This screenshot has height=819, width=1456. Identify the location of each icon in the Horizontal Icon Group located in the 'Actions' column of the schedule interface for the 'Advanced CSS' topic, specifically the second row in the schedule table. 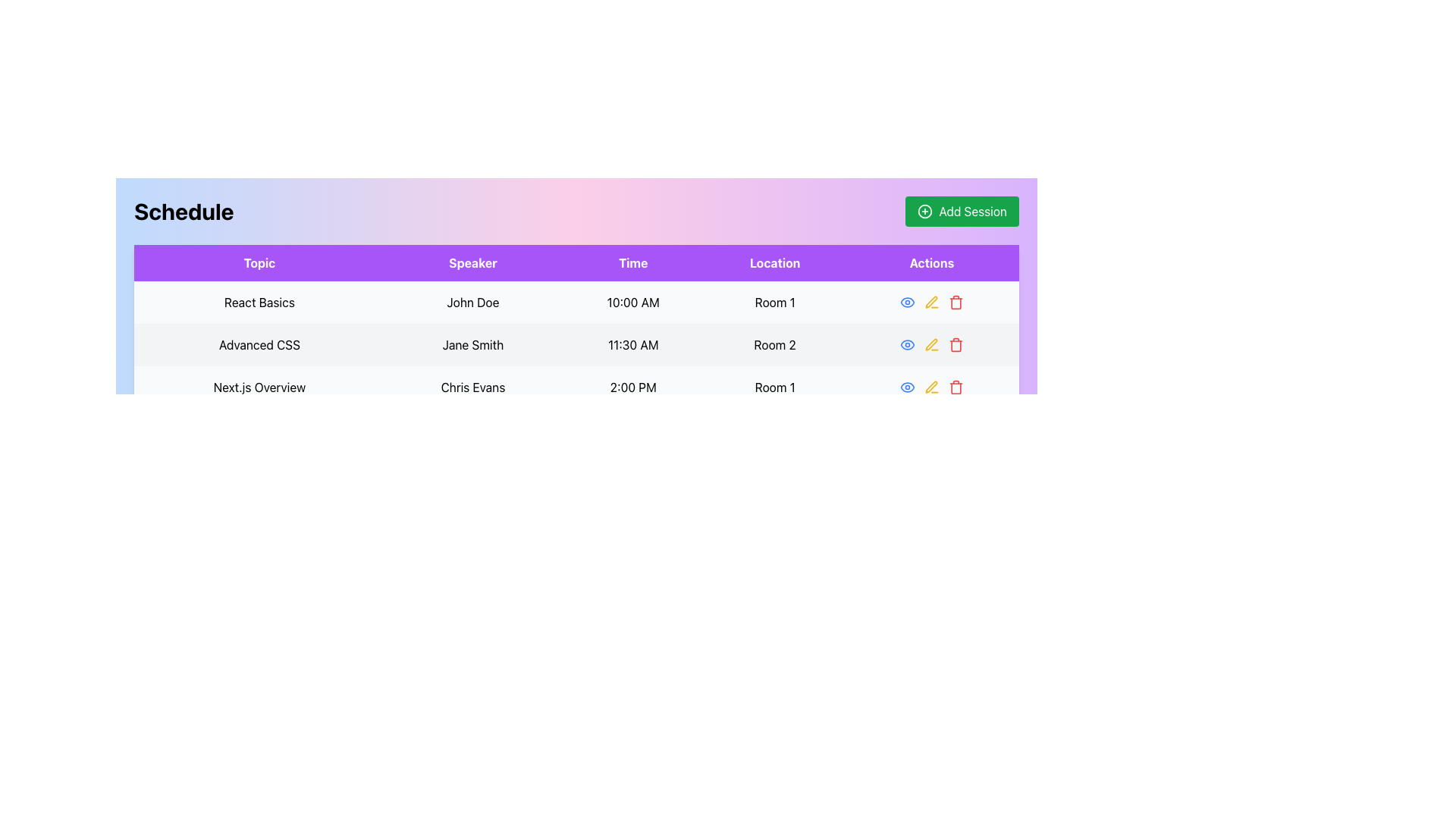
(930, 345).